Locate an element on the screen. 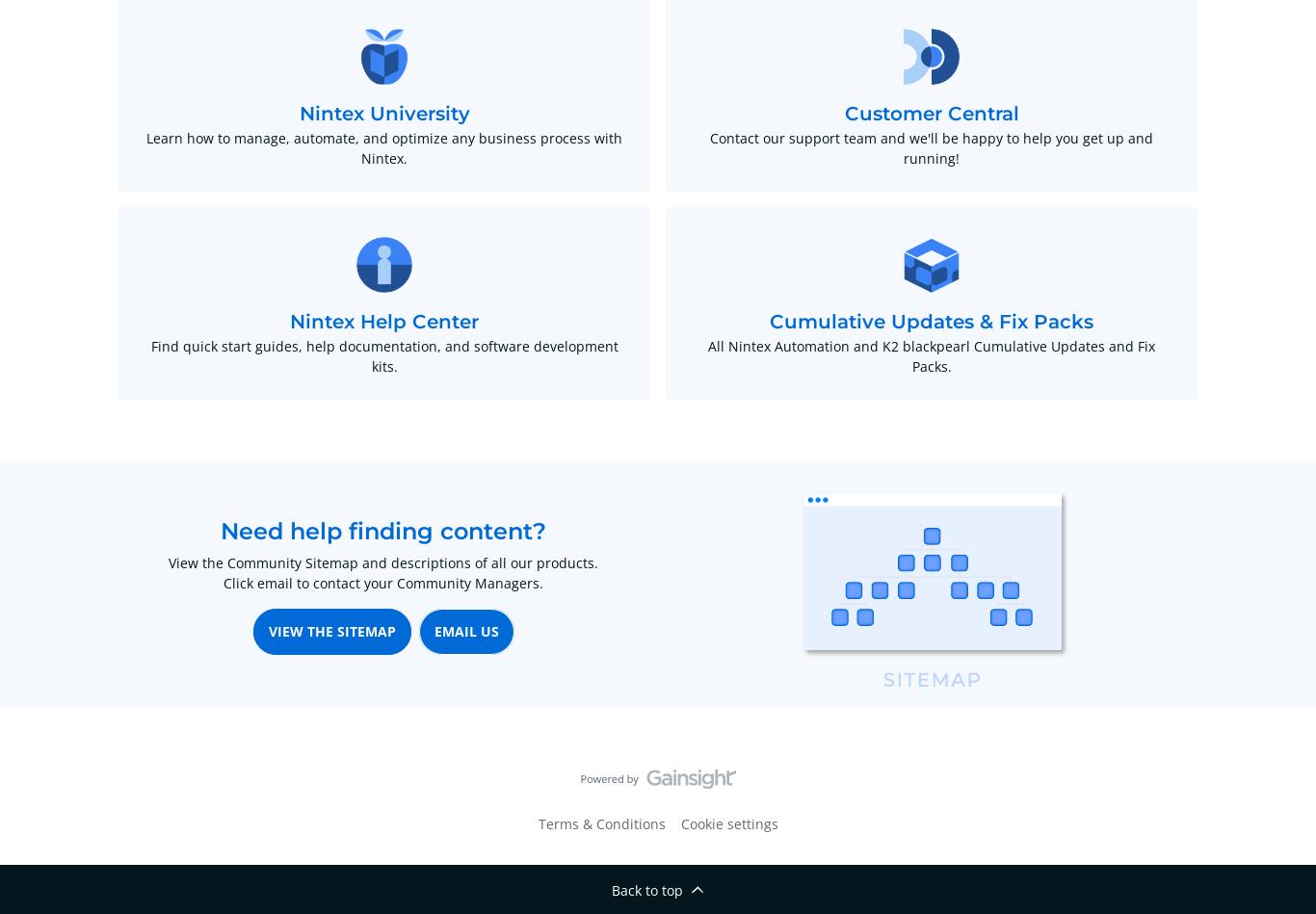 This screenshot has width=1316, height=914. 'Back to top' is located at coordinates (645, 889).